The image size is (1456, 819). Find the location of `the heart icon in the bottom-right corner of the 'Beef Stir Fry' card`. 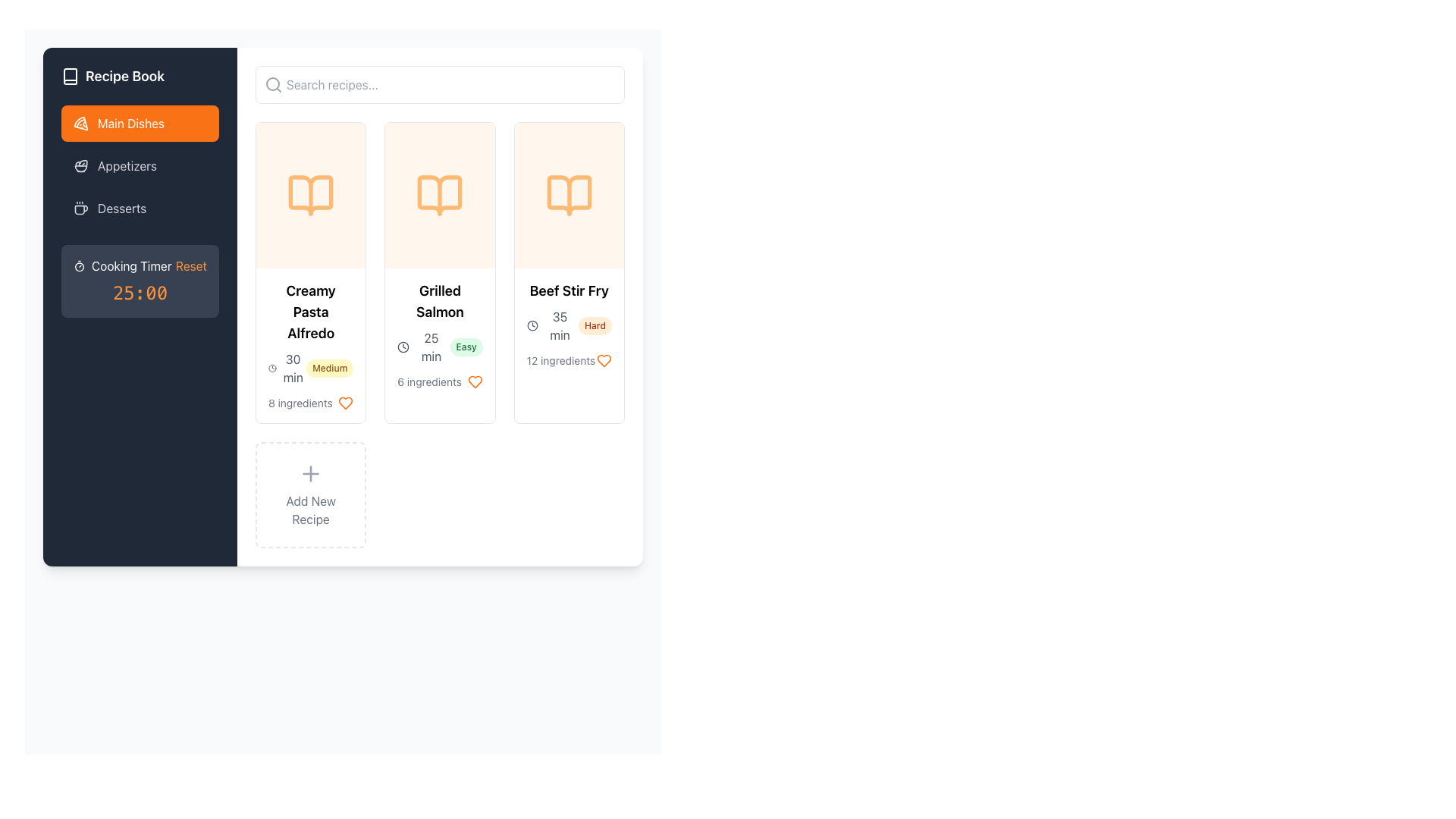

the heart icon in the bottom-right corner of the 'Beef Stir Fry' card is located at coordinates (603, 360).